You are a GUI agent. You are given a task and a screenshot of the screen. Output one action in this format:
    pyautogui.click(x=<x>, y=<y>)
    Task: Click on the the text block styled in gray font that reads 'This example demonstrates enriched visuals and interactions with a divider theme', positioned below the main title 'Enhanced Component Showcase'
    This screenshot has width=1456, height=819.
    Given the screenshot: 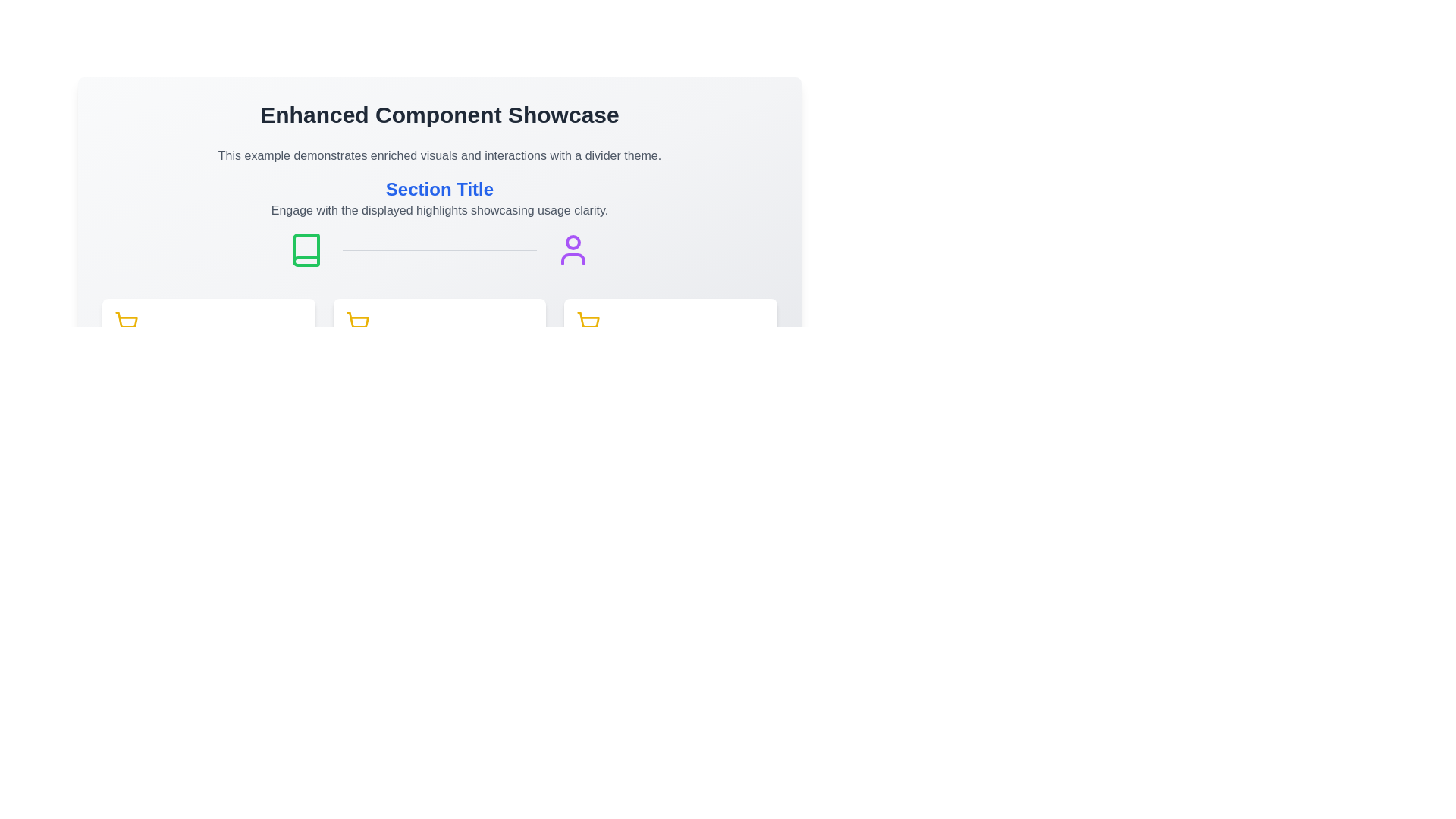 What is the action you would take?
    pyautogui.click(x=439, y=155)
    